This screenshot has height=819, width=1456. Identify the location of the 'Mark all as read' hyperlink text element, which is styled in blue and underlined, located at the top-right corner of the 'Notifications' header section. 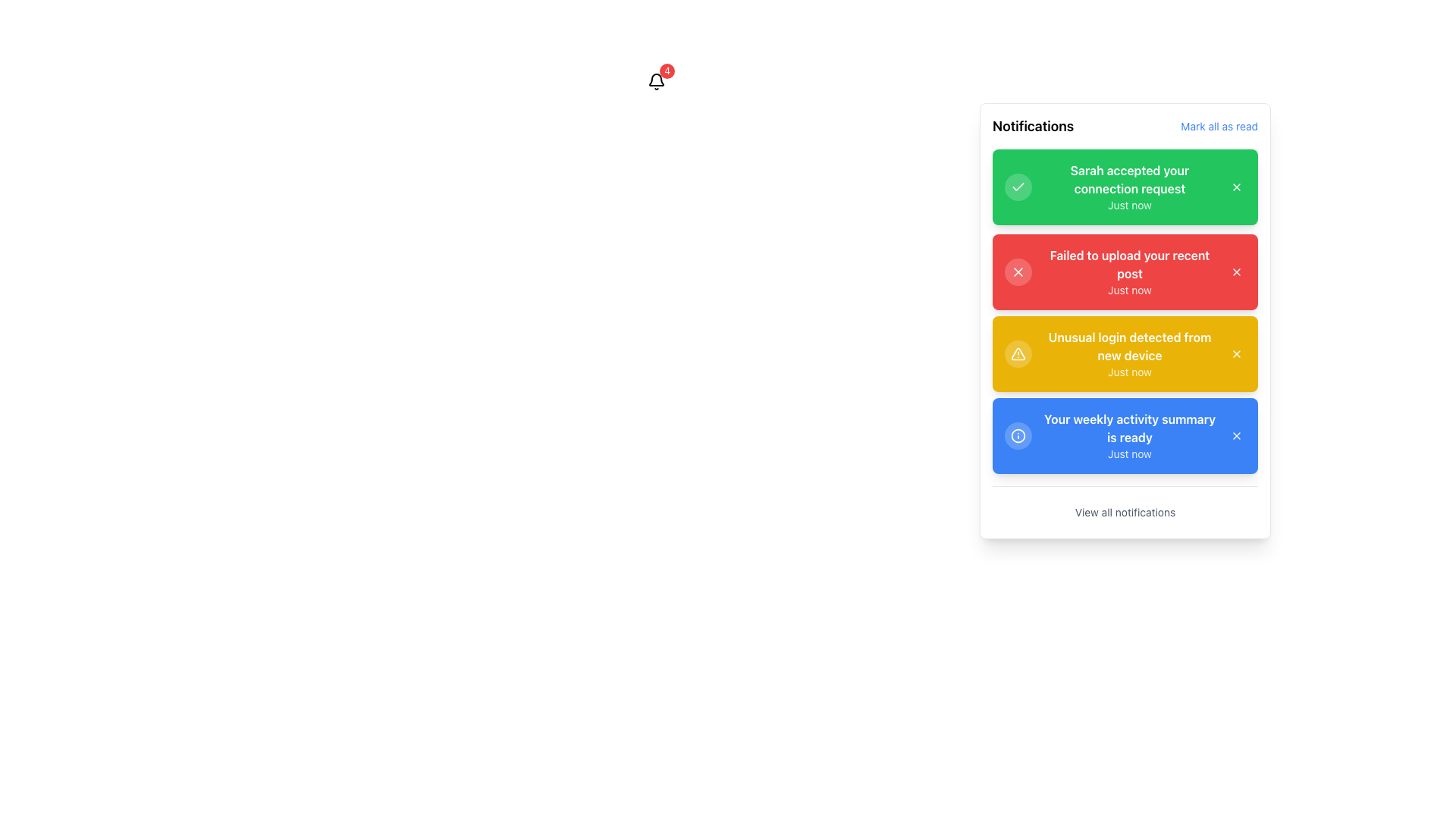
(1219, 125).